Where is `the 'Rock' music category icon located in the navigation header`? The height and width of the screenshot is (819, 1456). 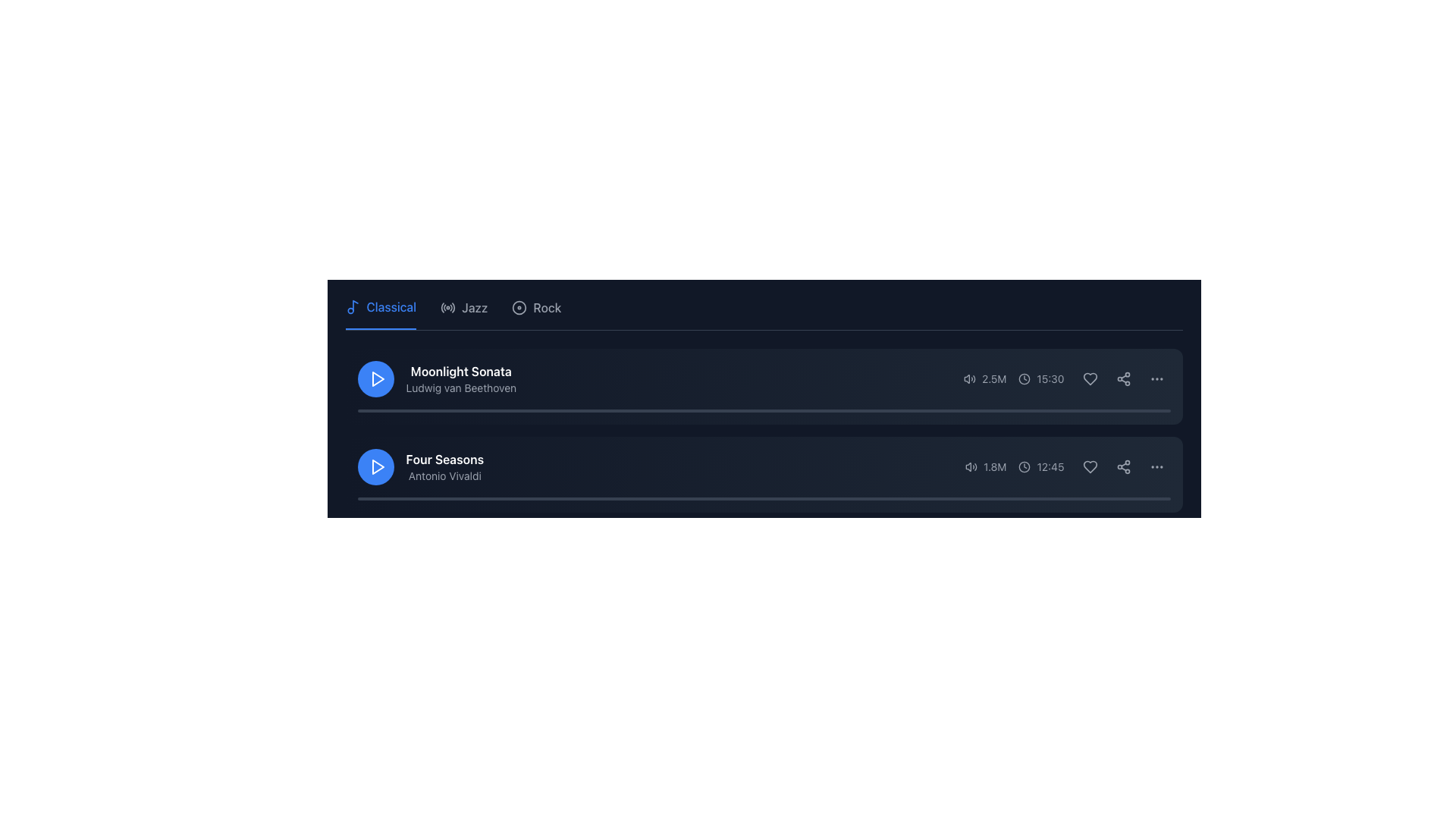 the 'Rock' music category icon located in the navigation header is located at coordinates (519, 307).